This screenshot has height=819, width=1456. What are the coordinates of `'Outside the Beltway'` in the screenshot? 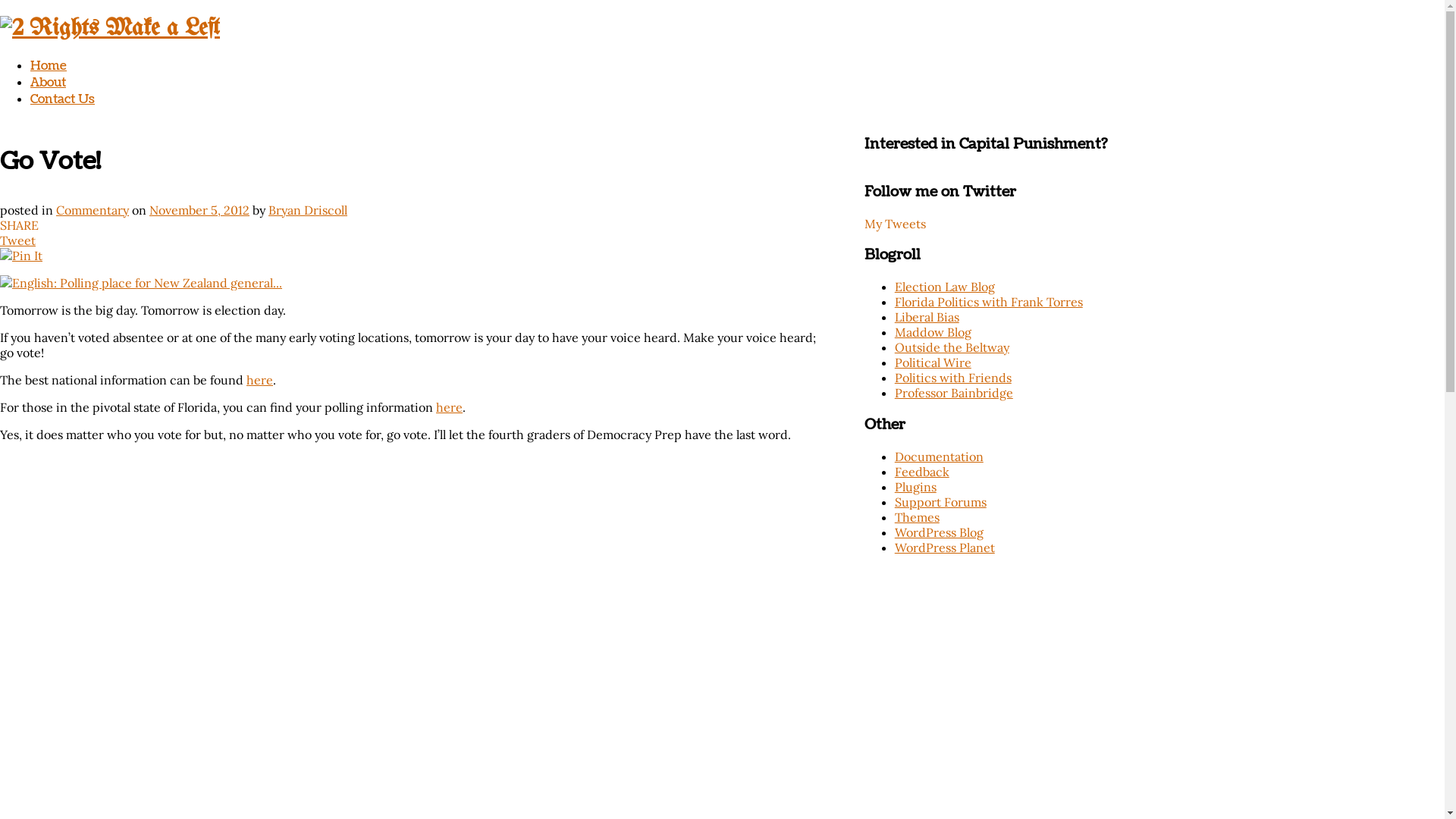 It's located at (951, 347).